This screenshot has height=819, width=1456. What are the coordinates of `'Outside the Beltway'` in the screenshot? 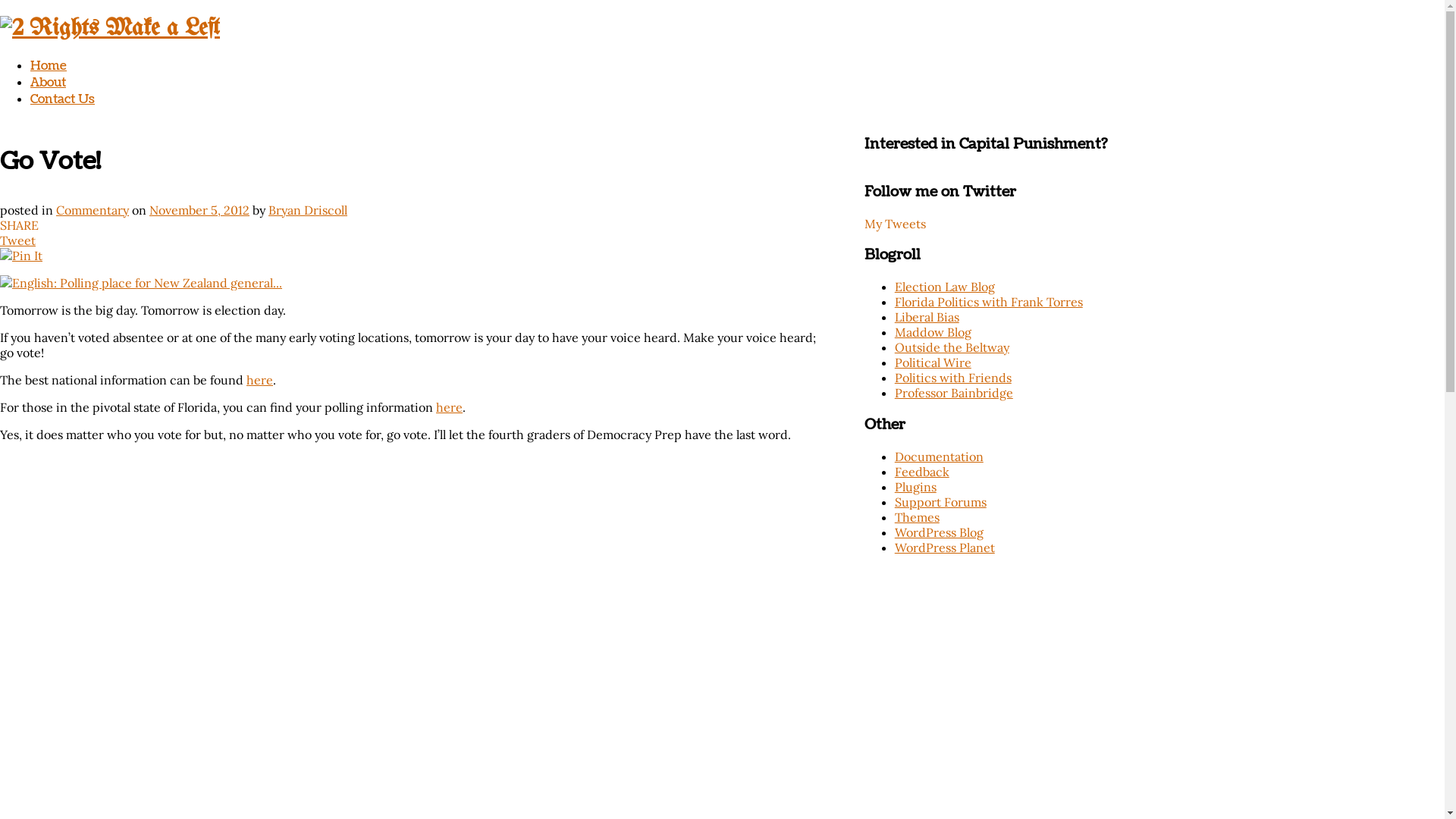 It's located at (951, 347).